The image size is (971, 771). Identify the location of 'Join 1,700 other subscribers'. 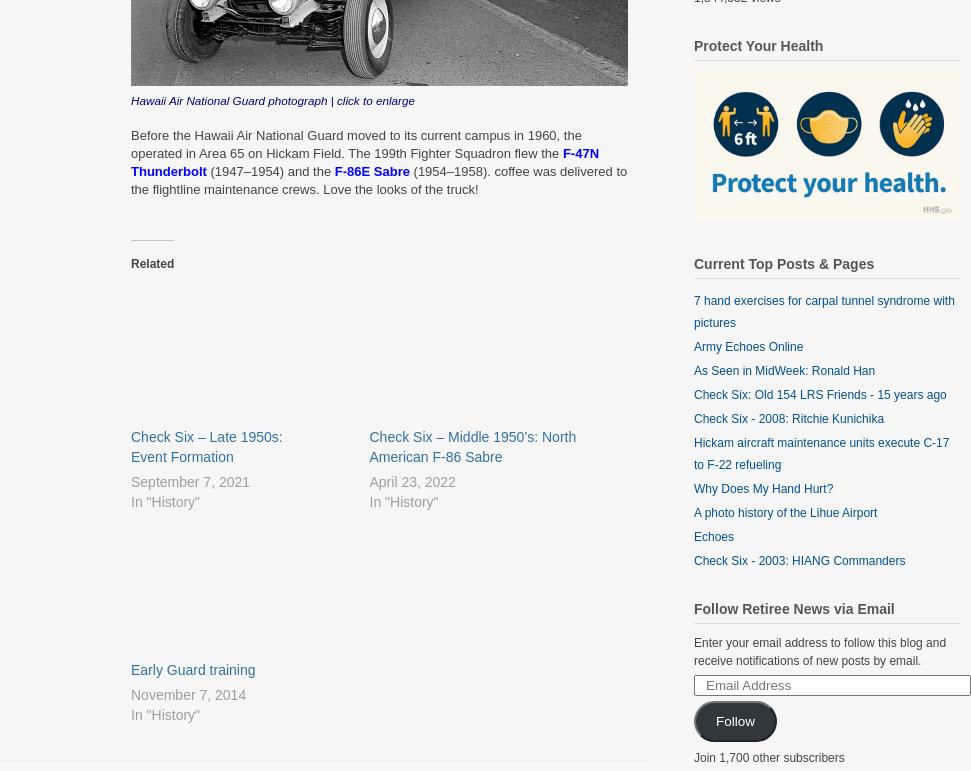
(769, 755).